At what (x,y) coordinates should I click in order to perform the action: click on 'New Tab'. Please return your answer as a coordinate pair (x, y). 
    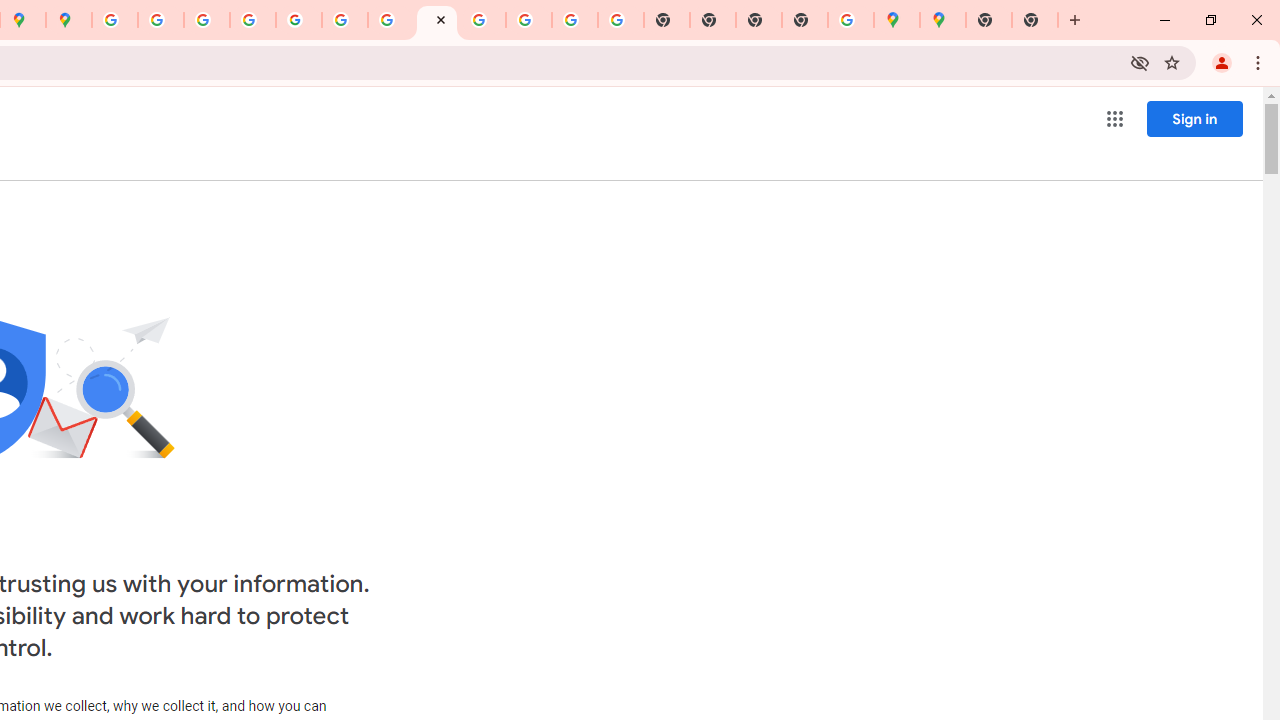
    Looking at the image, I should click on (989, 20).